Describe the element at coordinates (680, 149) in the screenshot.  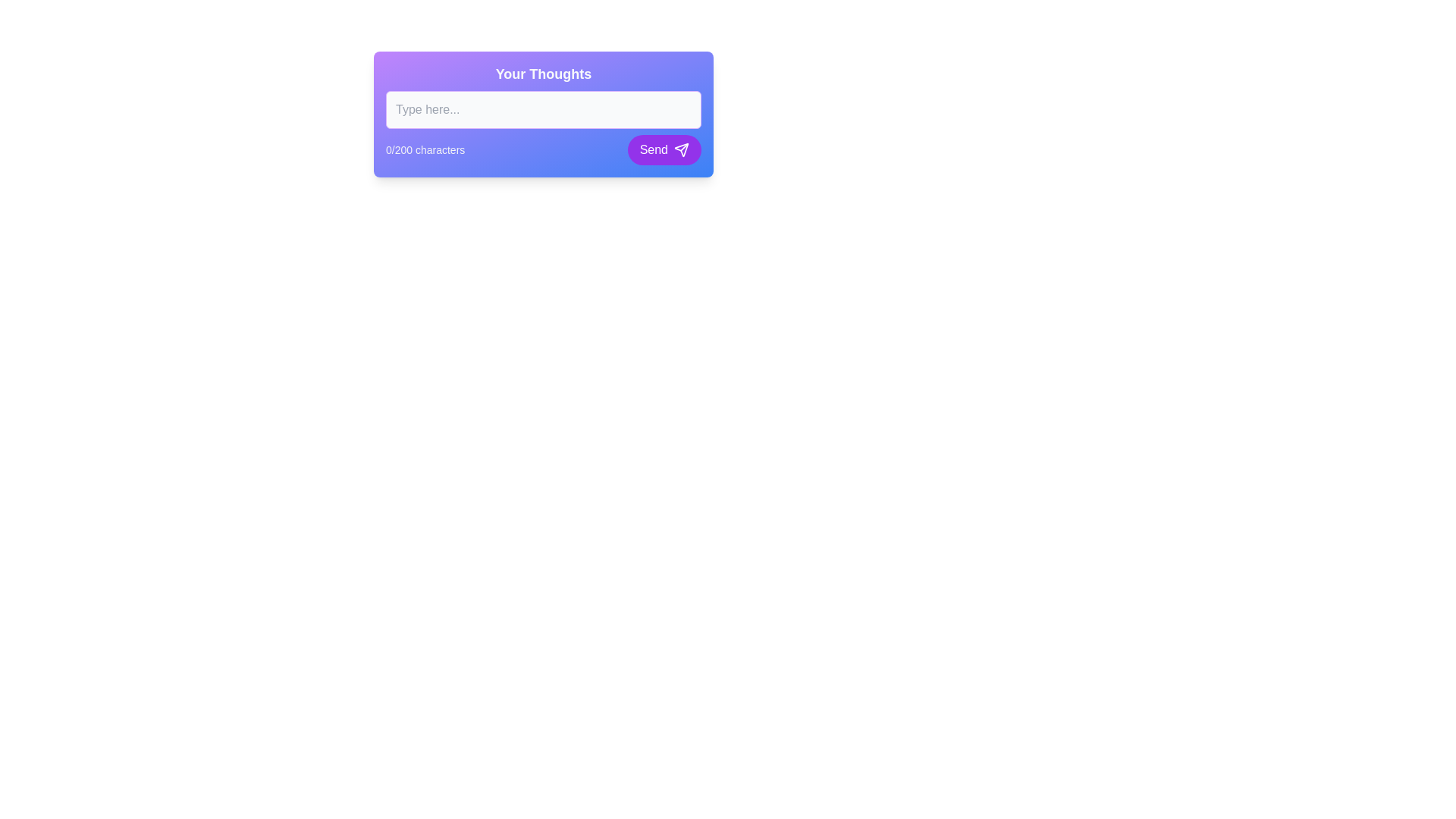
I see `the sending icon located within the 'Send' button, which is positioned to the right of the word 'Send' beneath the text input field` at that location.